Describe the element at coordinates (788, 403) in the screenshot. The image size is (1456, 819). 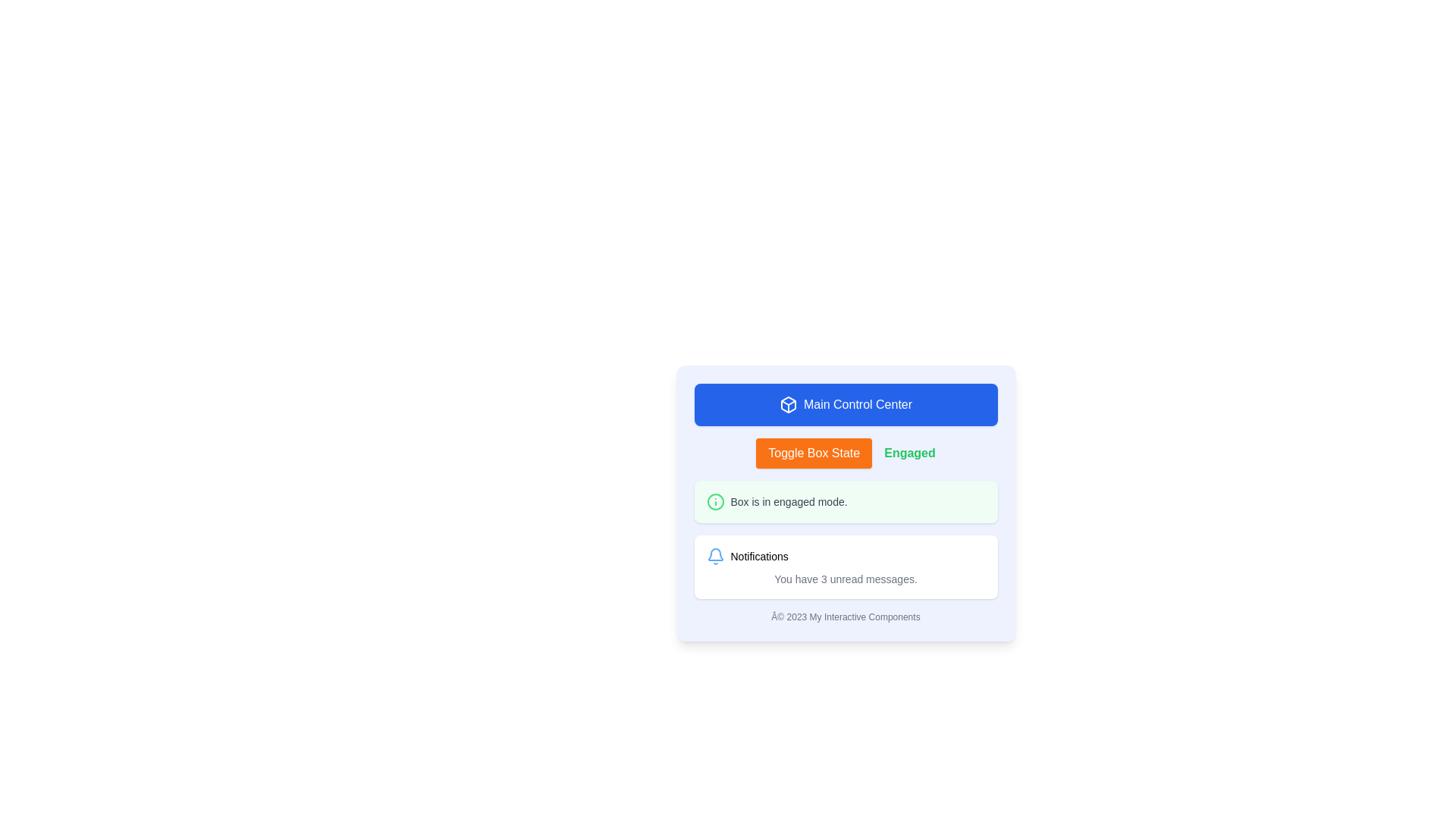
I see `the 3D box icon located in the blue rectangular section labeled 'Main Control Center', positioned to the left of the text` at that location.